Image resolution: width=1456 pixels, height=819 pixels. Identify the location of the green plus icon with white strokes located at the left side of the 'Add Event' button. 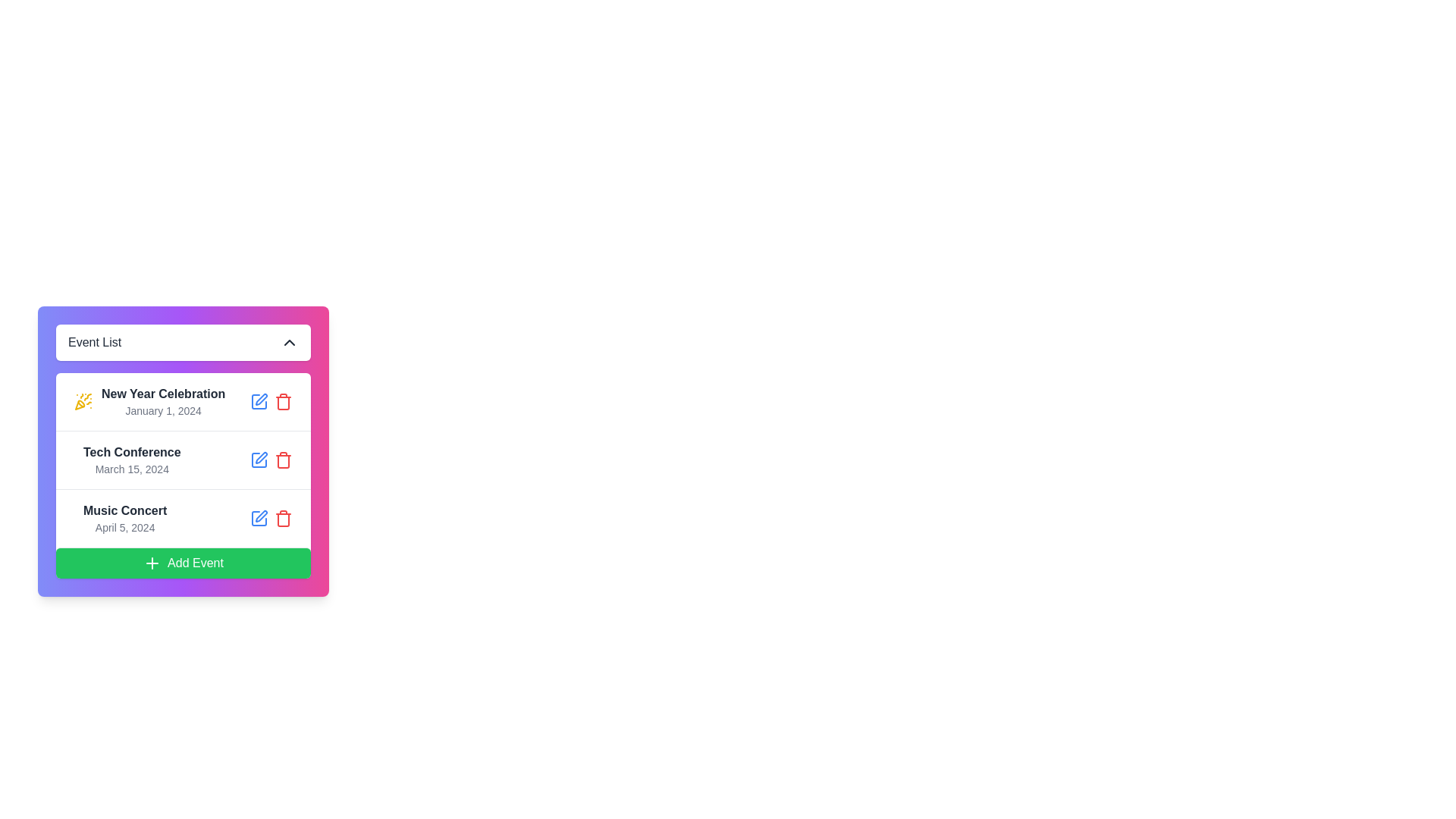
(152, 563).